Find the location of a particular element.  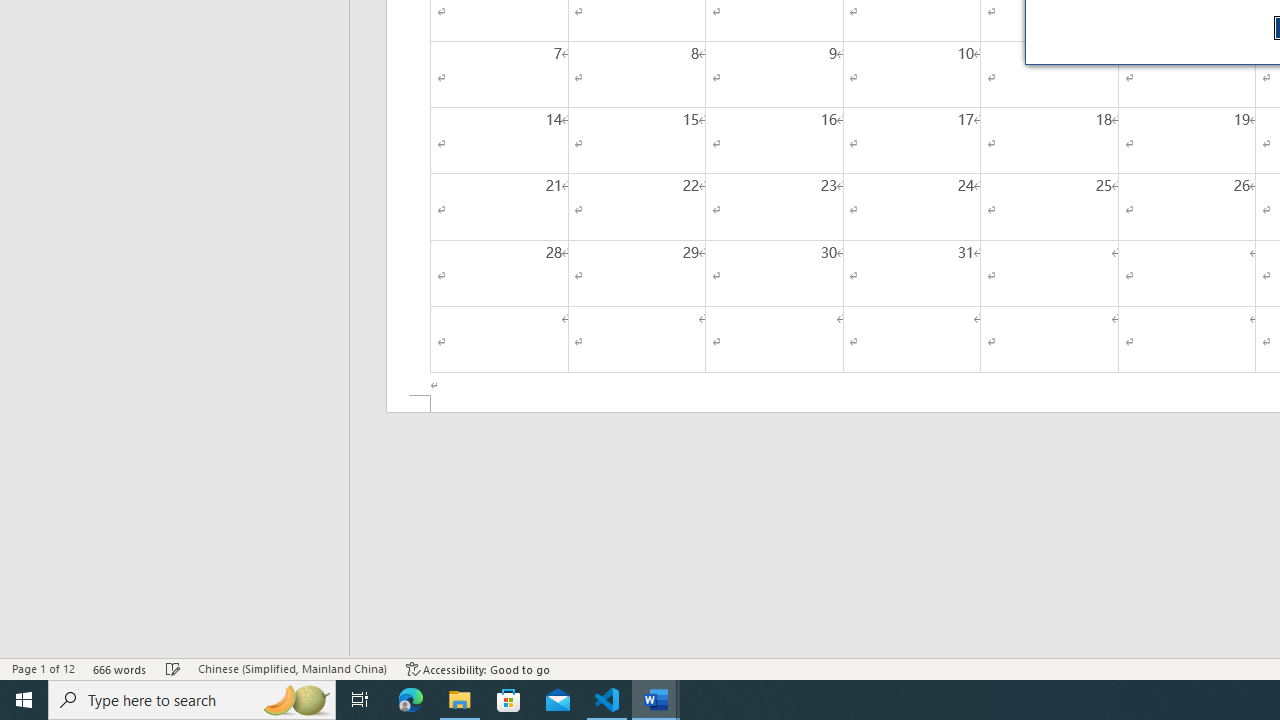

'Word - 2 running windows' is located at coordinates (656, 698).